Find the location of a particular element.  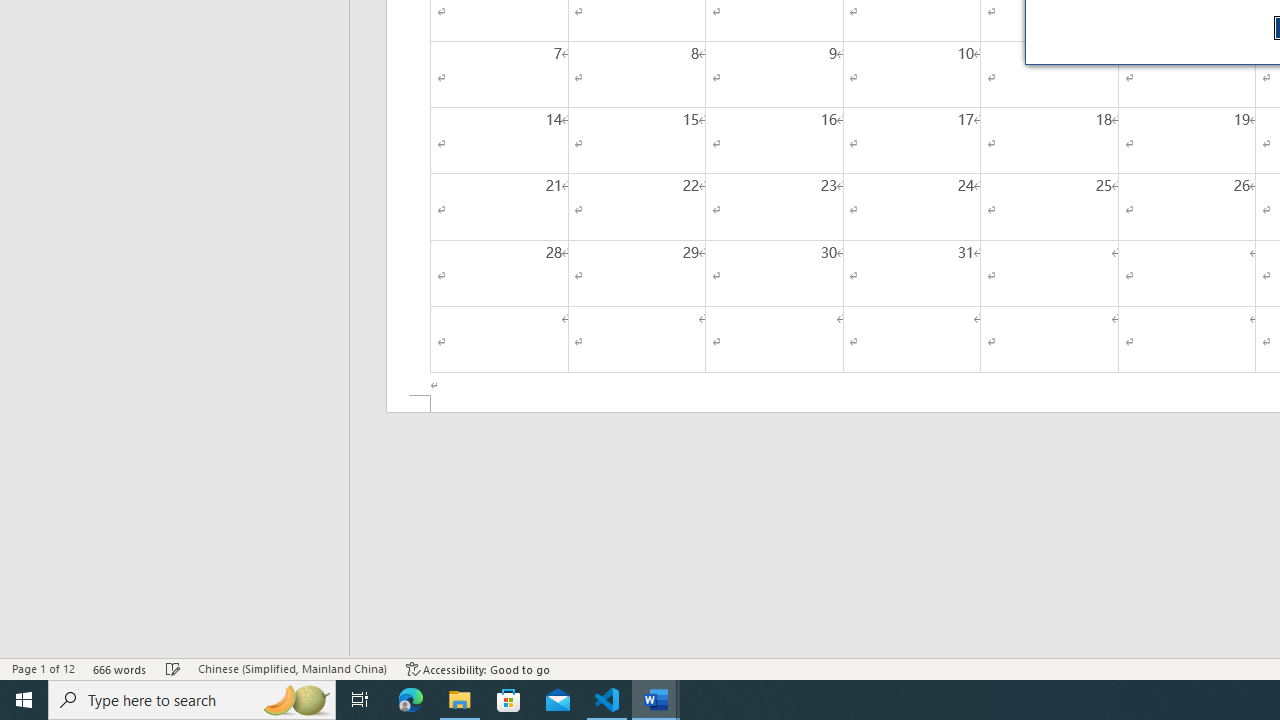

'Word - 2 running windows' is located at coordinates (656, 698).